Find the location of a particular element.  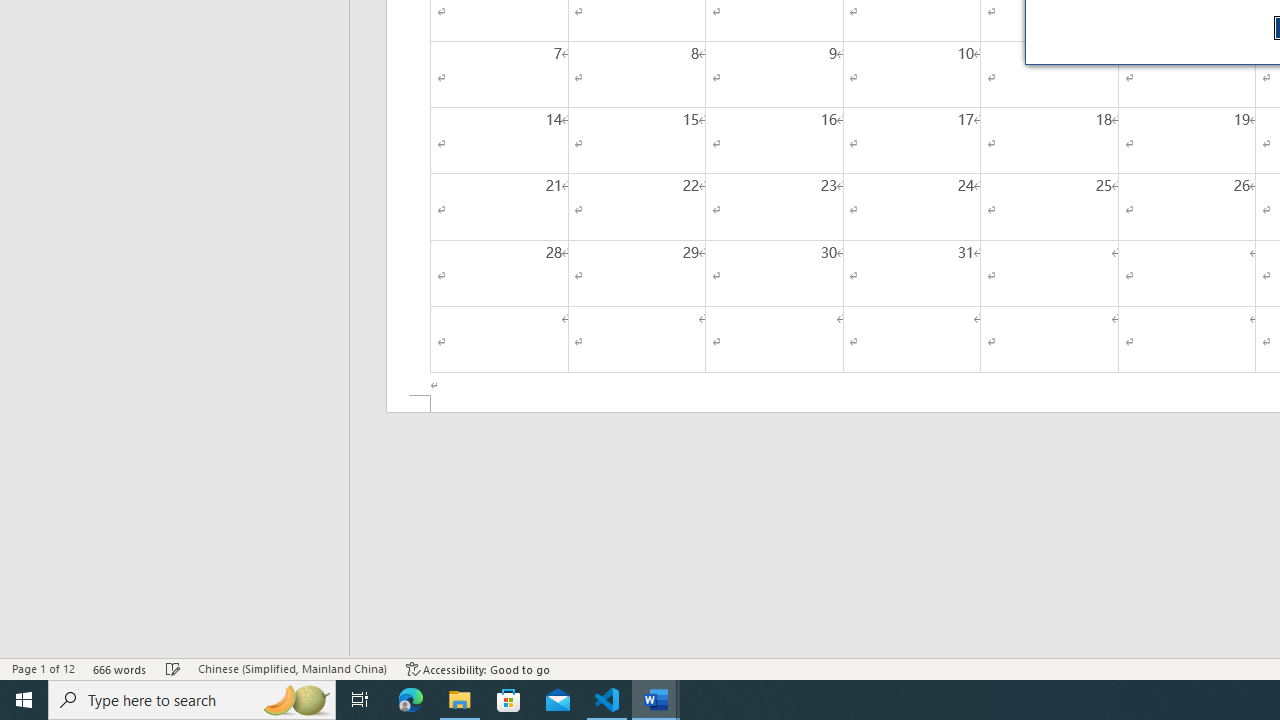

'Word - 2 running windows' is located at coordinates (656, 698).